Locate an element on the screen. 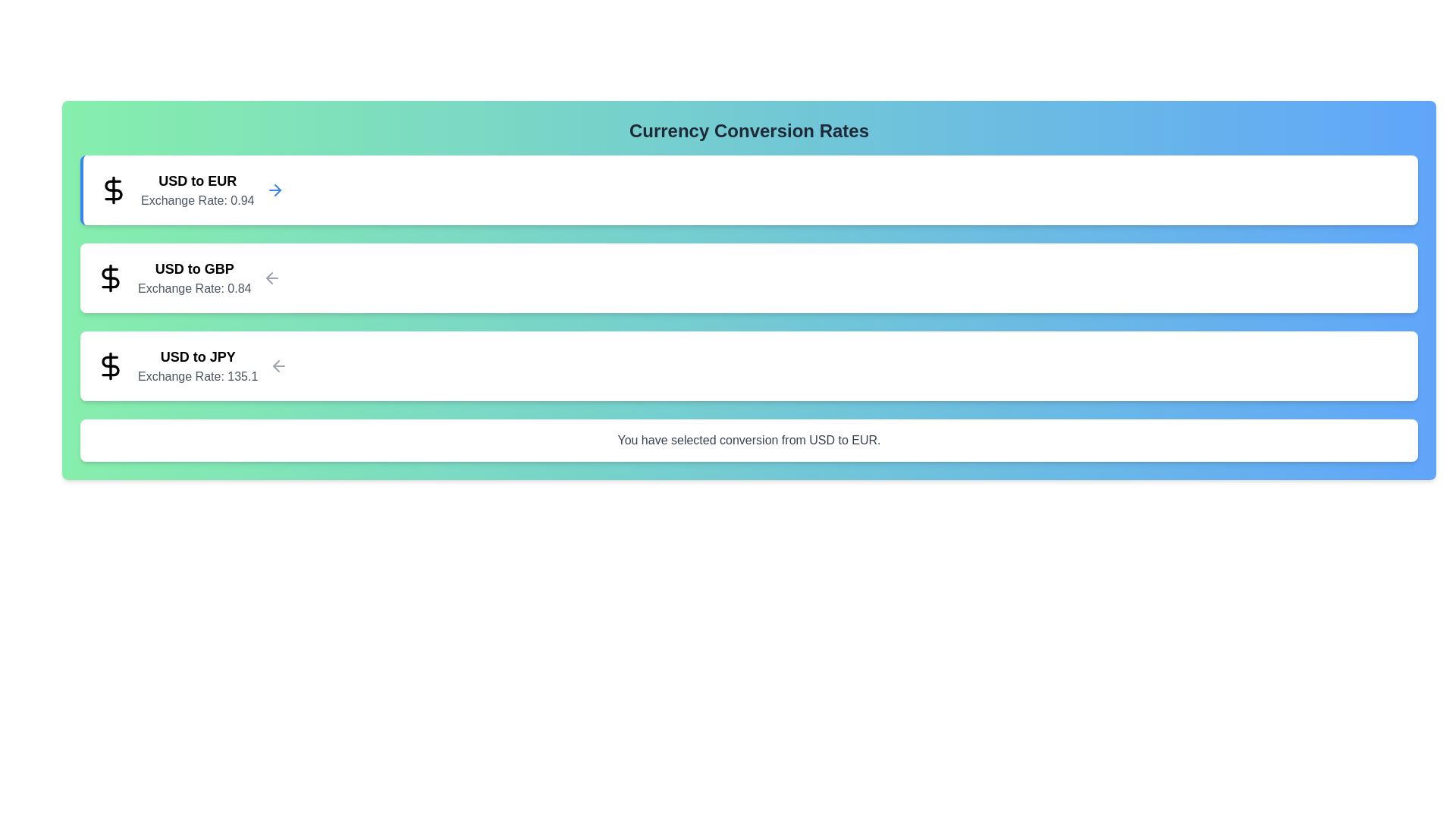 Image resolution: width=1456 pixels, height=819 pixels. the text display showing 'Exchange Rate: 135.1' located below 'USD to JPY' in the currency conversion list is located at coordinates (197, 376).